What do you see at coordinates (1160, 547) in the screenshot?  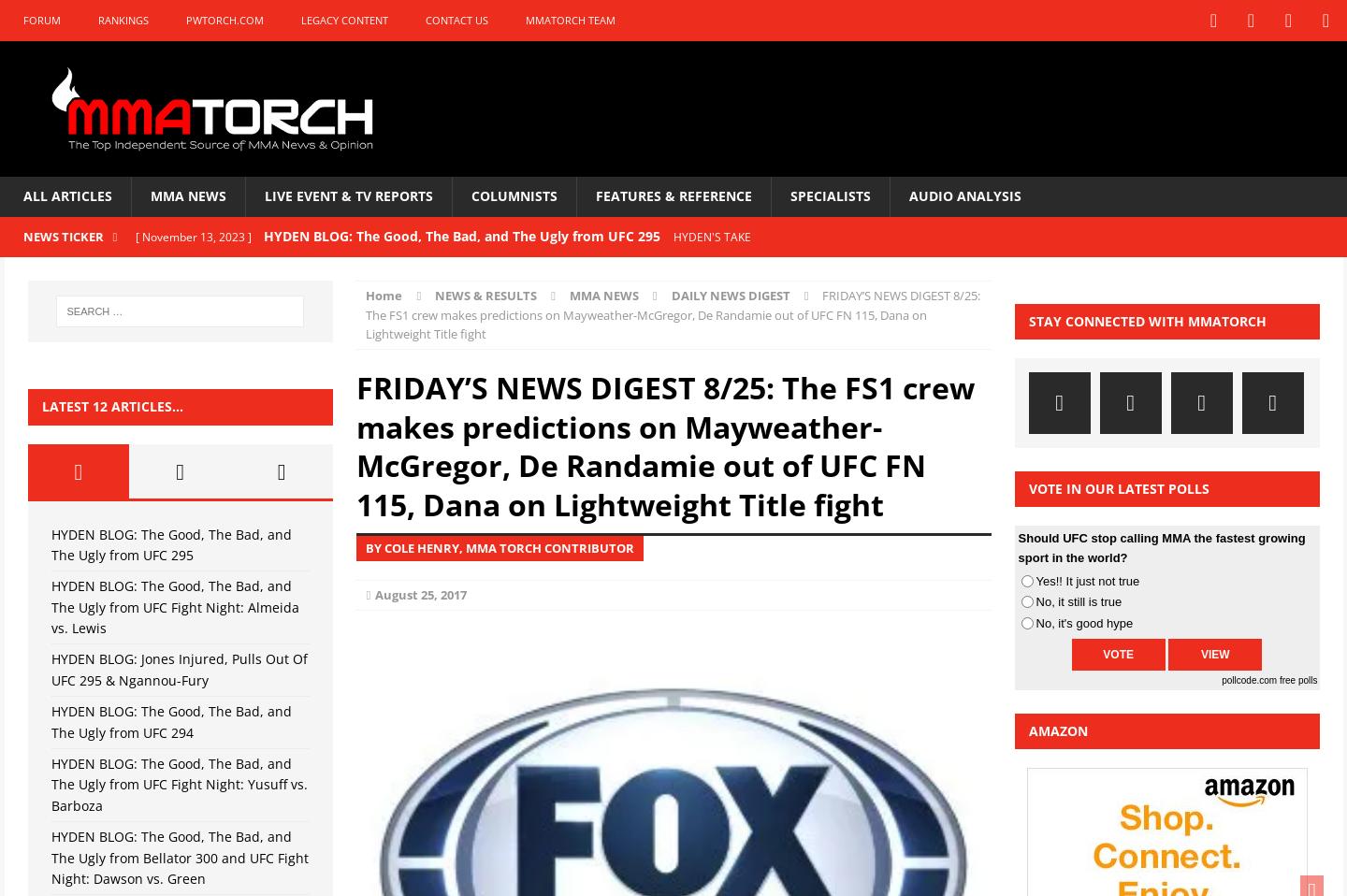 I see `'Should UFC stop calling MMA the fastest growing sport in the world?'` at bounding box center [1160, 547].